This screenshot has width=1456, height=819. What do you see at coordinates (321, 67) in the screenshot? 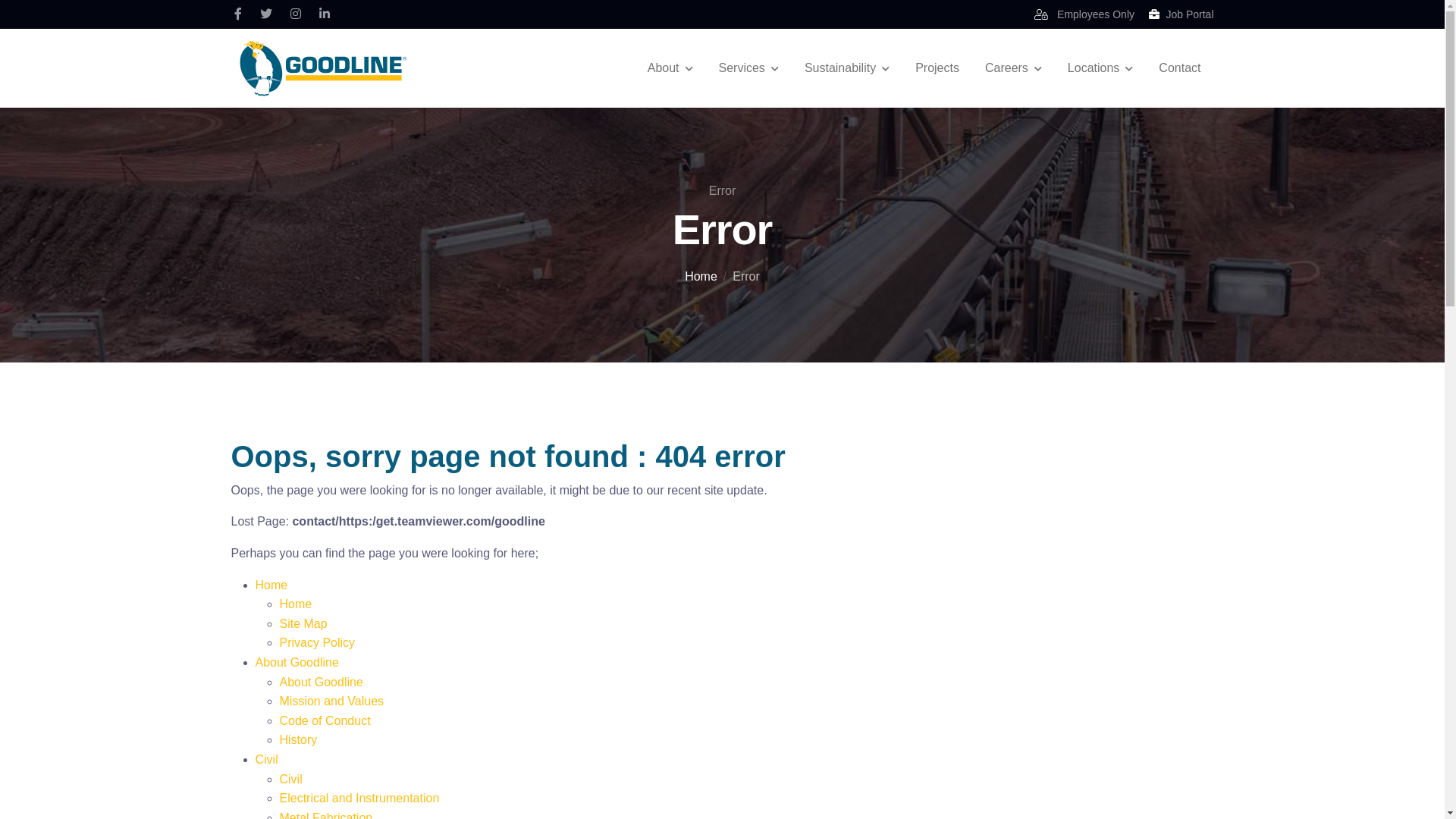
I see `'Goodline'` at bounding box center [321, 67].